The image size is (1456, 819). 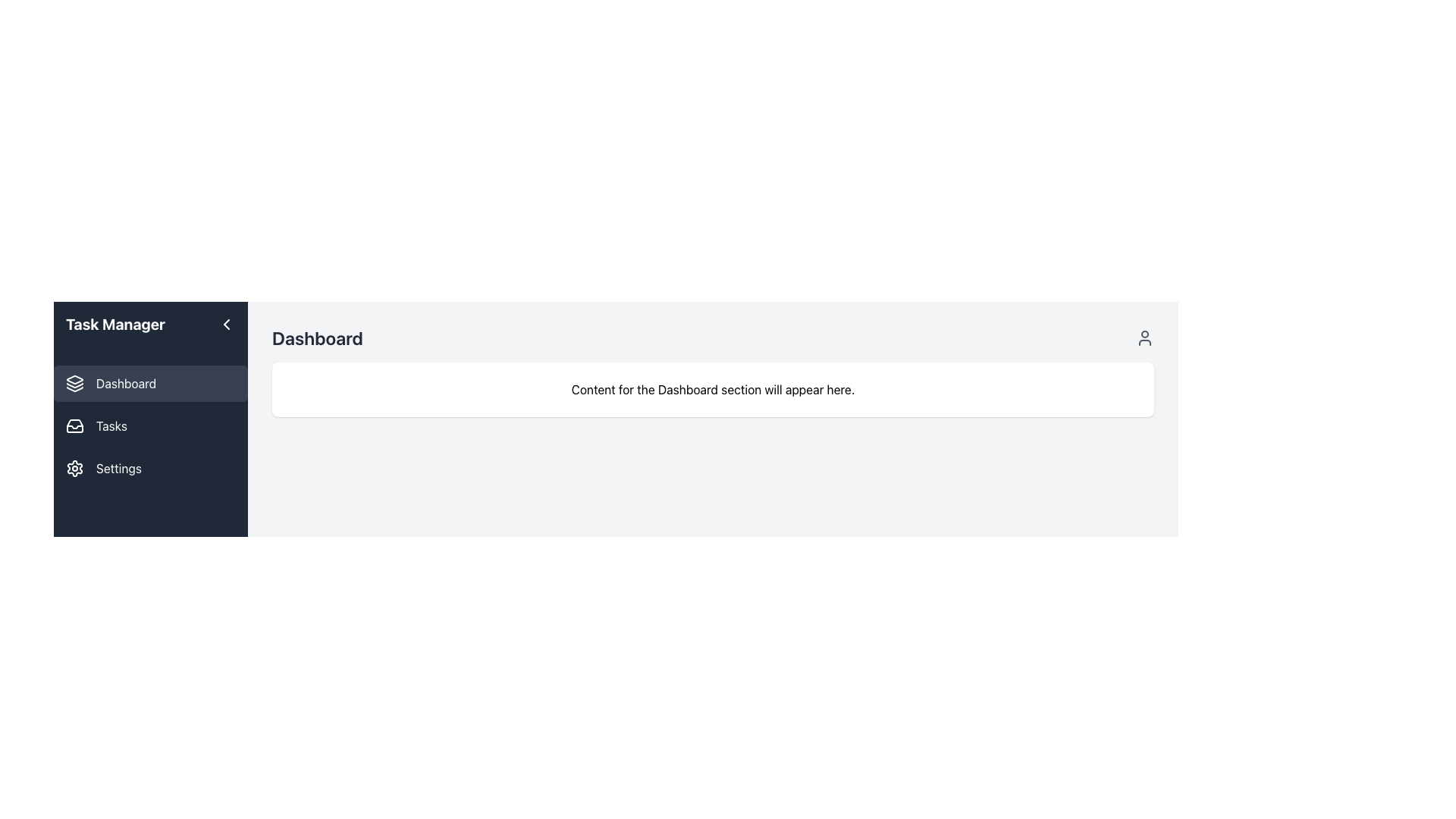 I want to click on the chevron navigation button located in the top right corner of the sidebar header, adjacent to the 'Task Manager' title text, so click(x=225, y=324).